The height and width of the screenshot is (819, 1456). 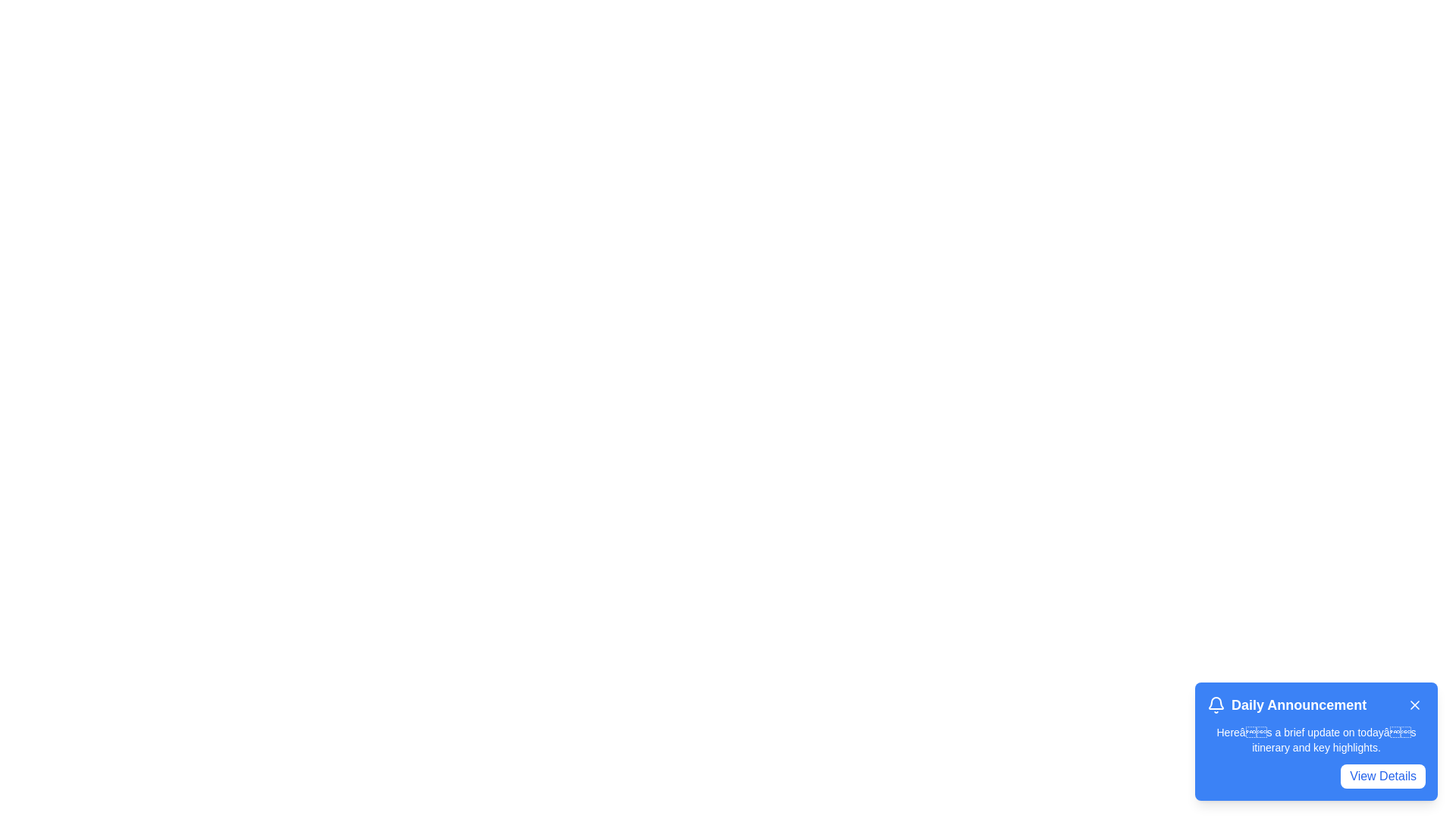 What do you see at coordinates (1216, 704) in the screenshot?
I see `the bell icon to inspect it` at bounding box center [1216, 704].